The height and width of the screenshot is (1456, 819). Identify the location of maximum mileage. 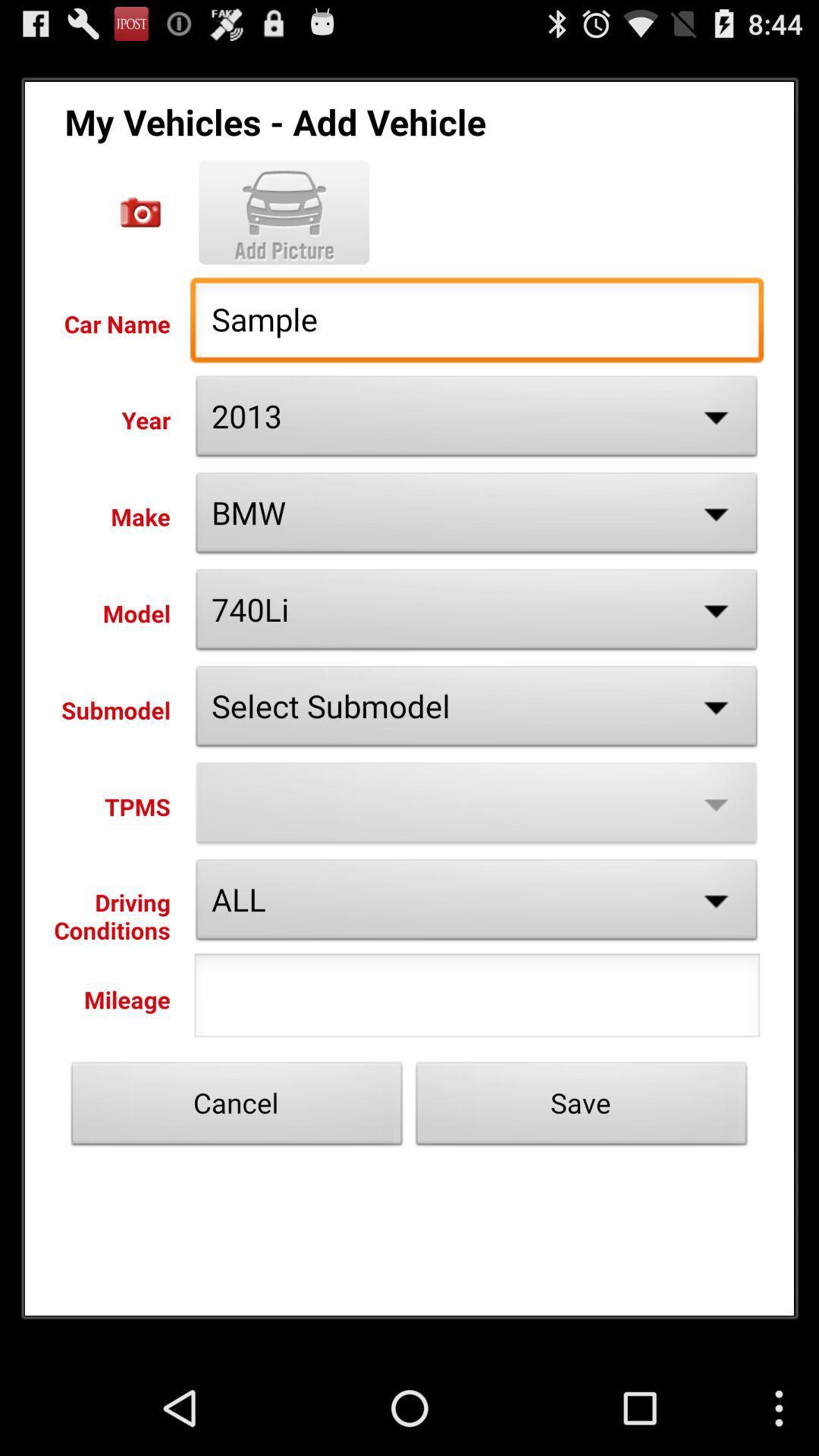
(476, 999).